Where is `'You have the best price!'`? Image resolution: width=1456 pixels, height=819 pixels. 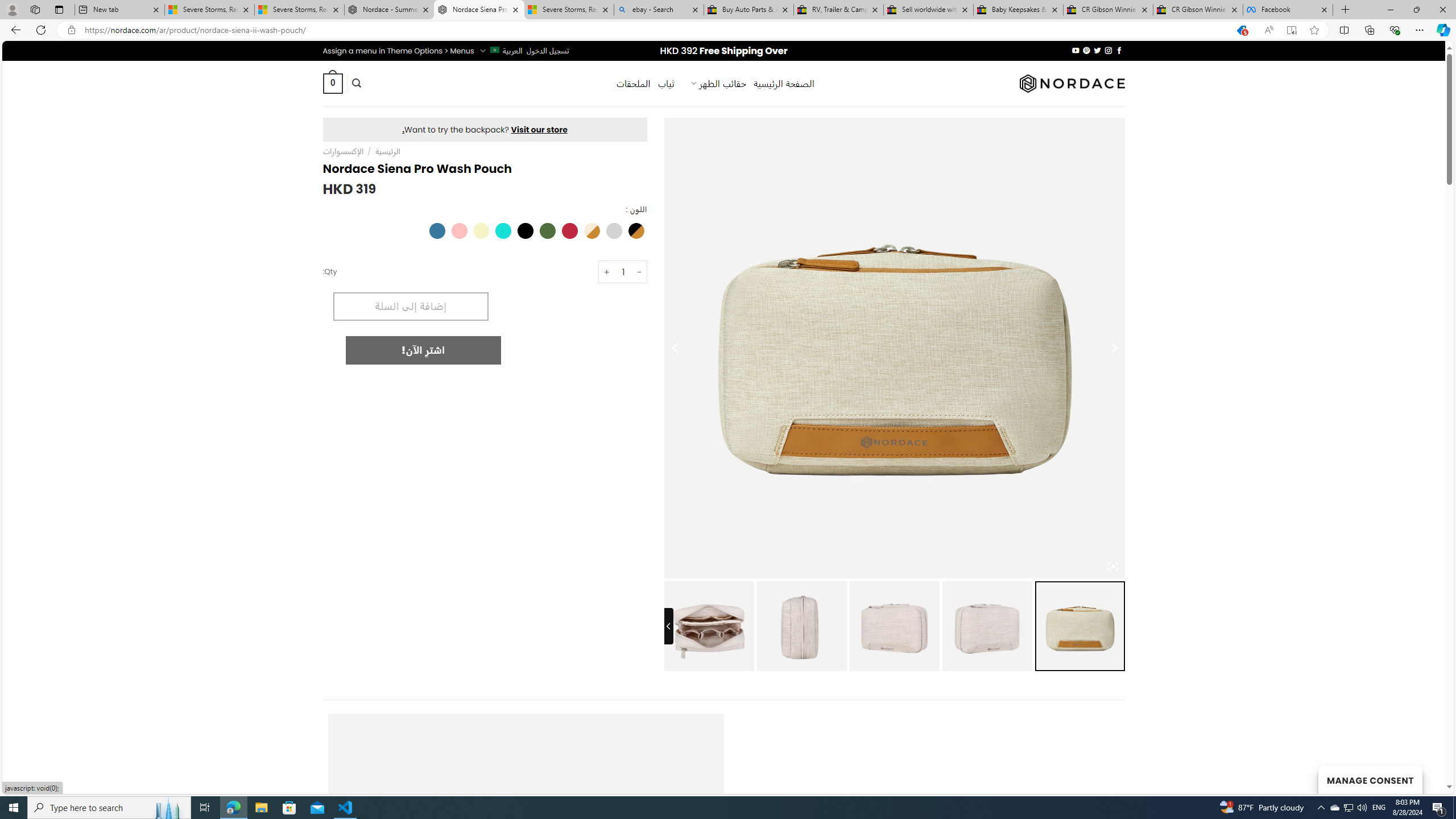 'You have the best price!' is located at coordinates (1241, 30).